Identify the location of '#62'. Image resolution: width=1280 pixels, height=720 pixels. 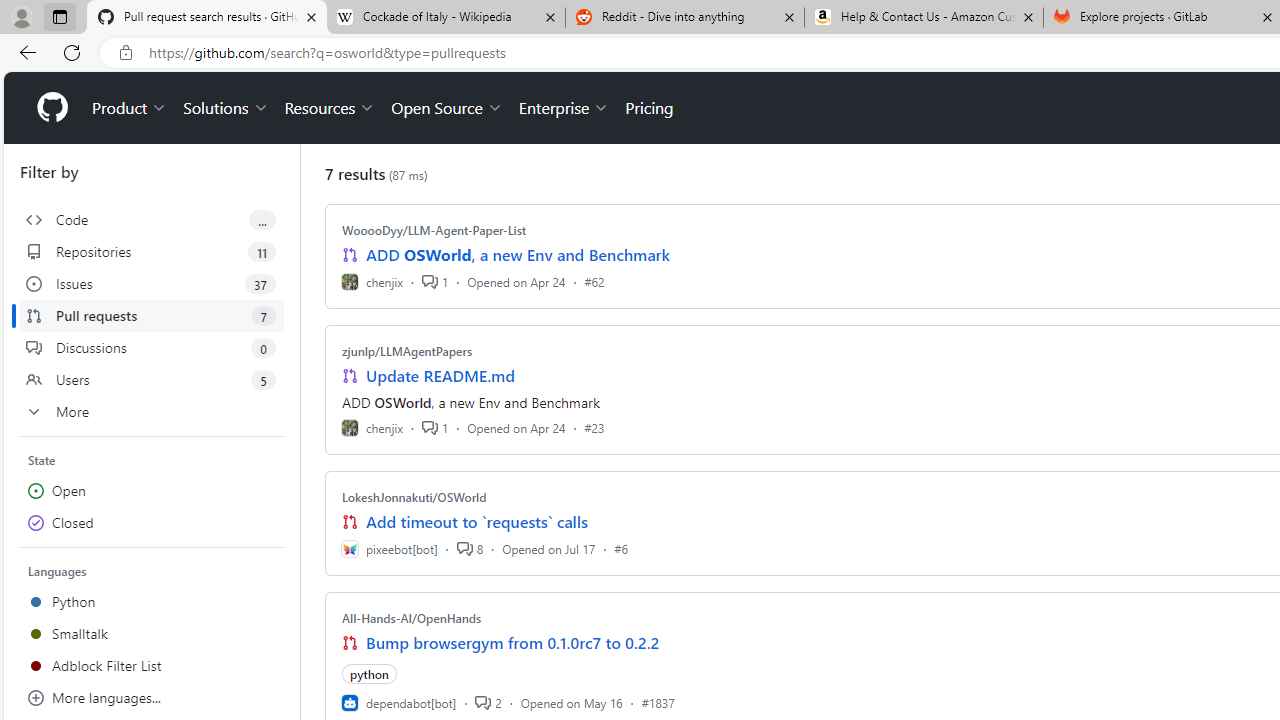
(593, 281).